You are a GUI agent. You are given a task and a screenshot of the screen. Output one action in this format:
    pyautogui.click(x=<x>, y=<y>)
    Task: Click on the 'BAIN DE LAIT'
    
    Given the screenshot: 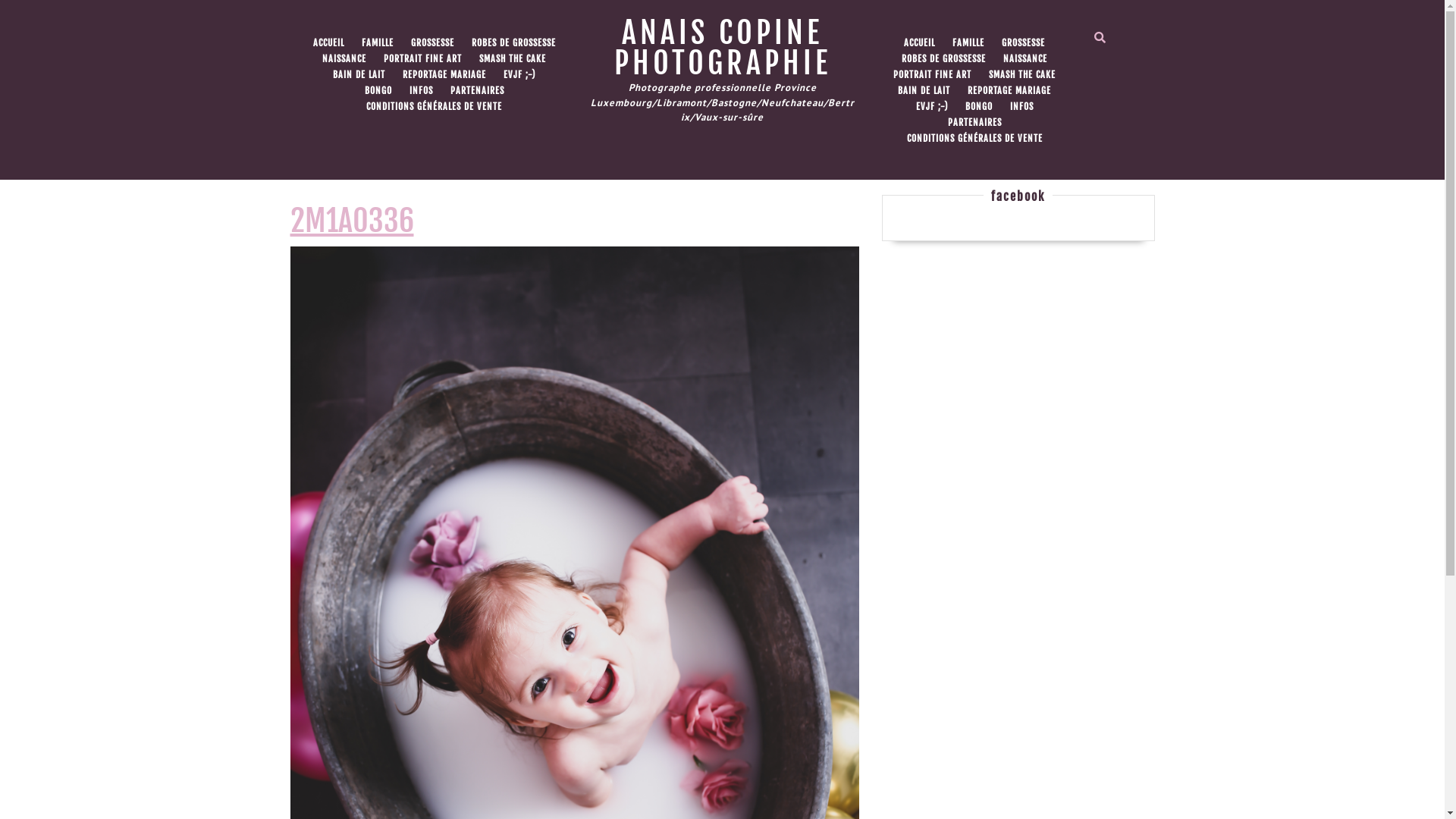 What is the action you would take?
    pyautogui.click(x=358, y=75)
    